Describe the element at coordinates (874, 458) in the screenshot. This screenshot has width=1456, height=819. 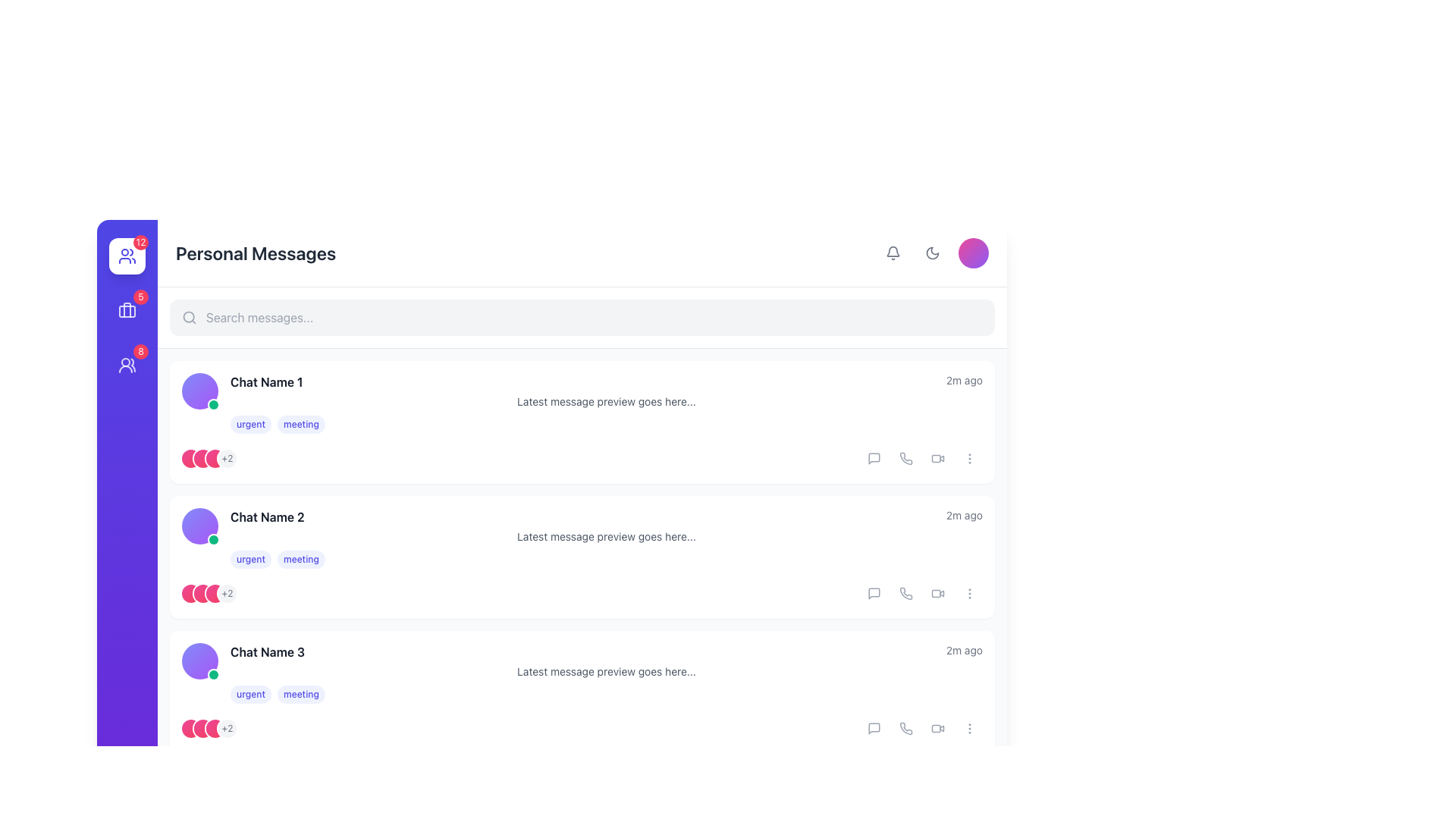
I see `the message icon located in the top-right area of the chat list section` at that location.